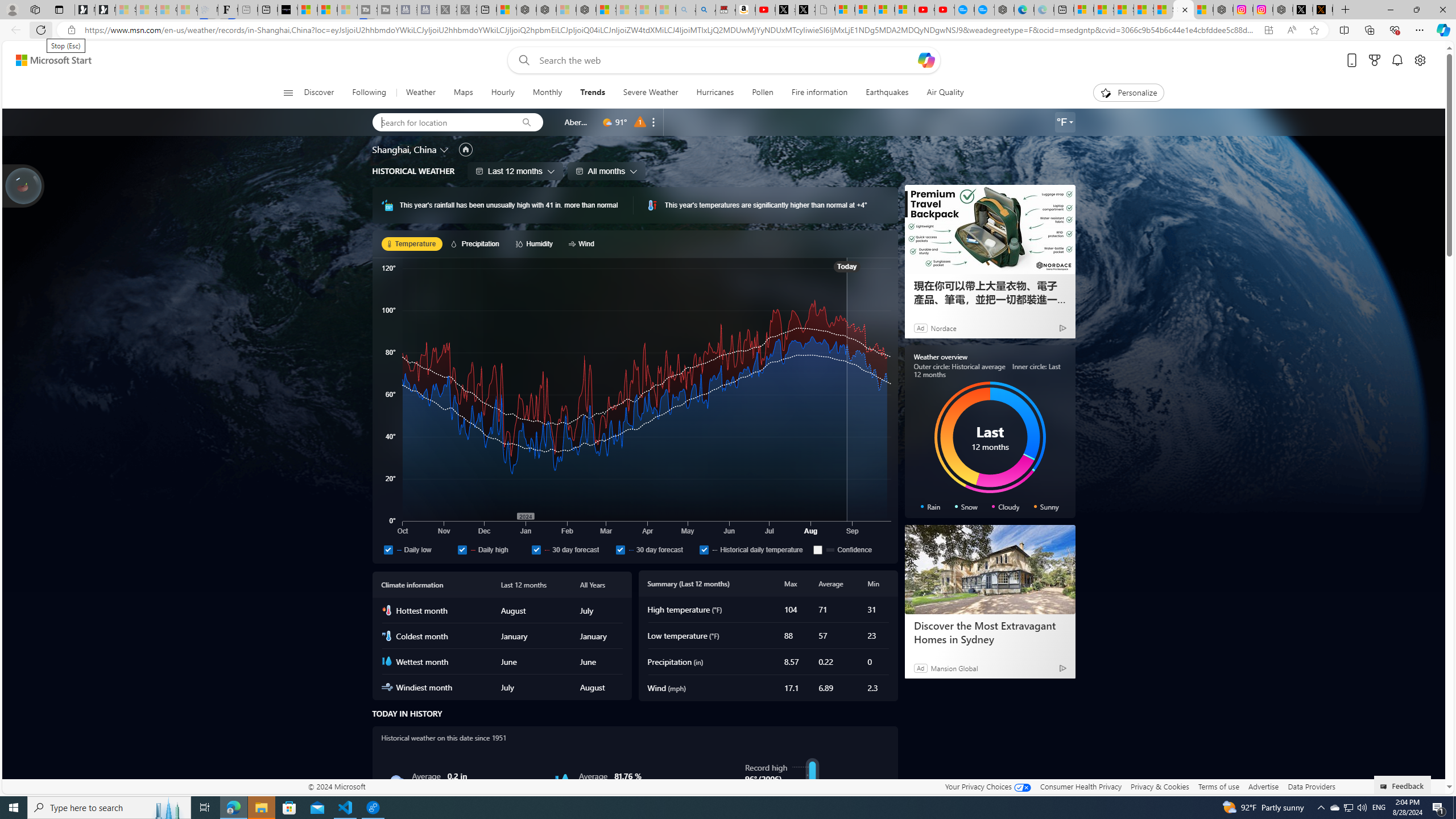 The image size is (1456, 819). What do you see at coordinates (71, 30) in the screenshot?
I see `'View site information'` at bounding box center [71, 30].